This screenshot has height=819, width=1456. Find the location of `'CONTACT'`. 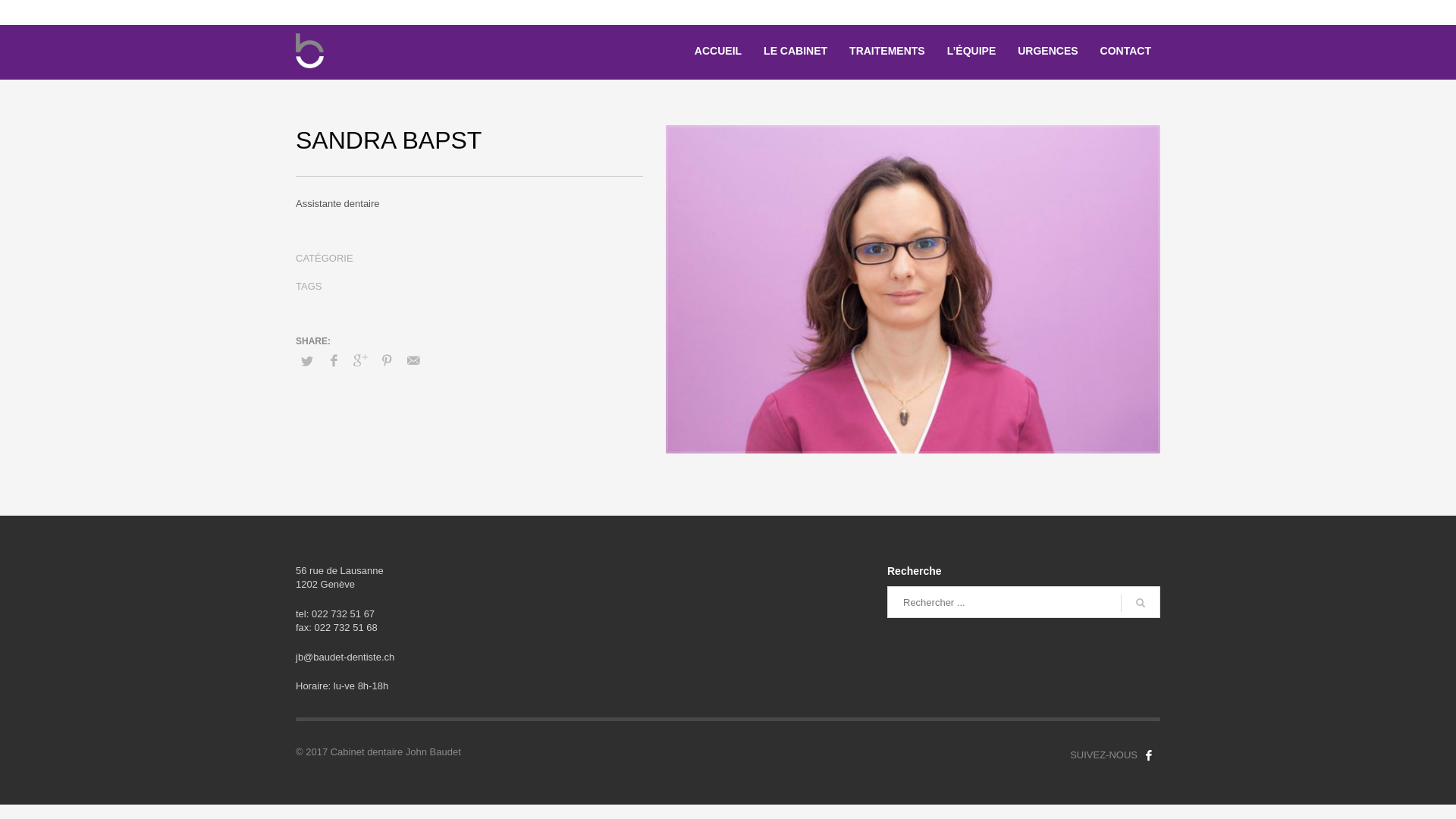

'CONTACT' is located at coordinates (1090, 49).